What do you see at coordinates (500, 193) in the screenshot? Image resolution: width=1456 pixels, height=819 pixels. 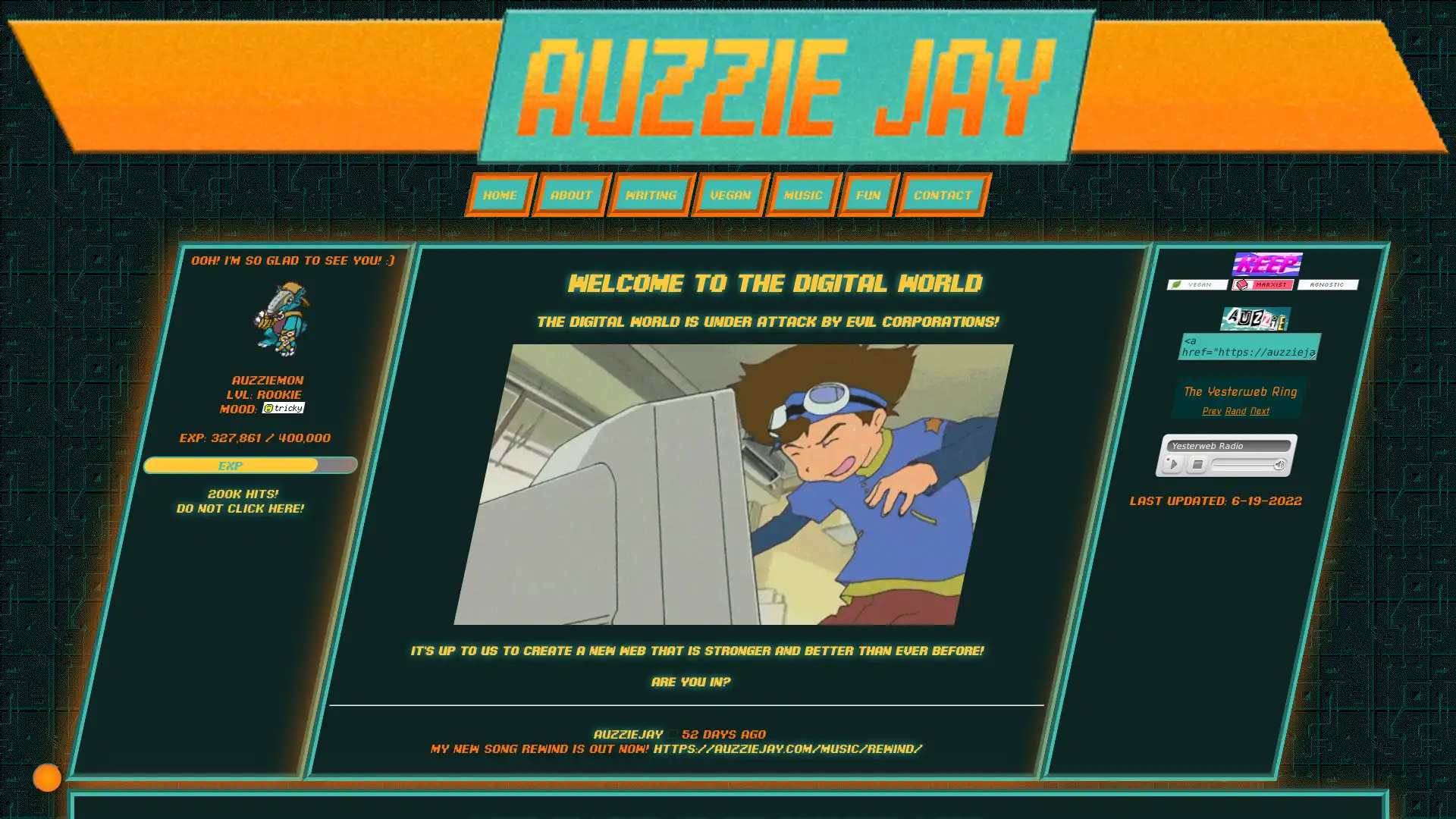 I see `HOME` at bounding box center [500, 193].